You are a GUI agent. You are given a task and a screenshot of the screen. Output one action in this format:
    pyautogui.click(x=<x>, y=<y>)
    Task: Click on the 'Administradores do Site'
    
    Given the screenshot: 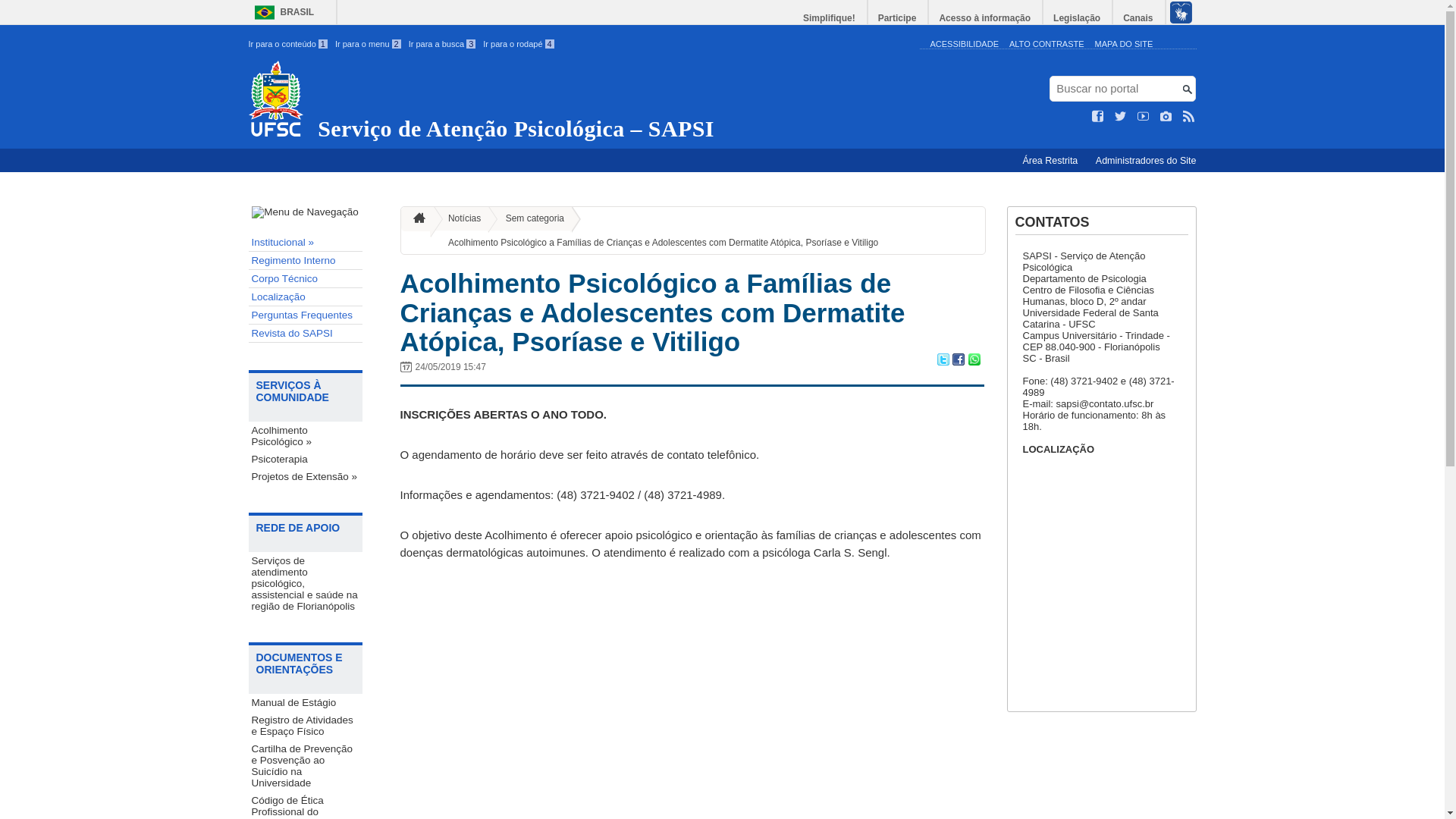 What is the action you would take?
    pyautogui.click(x=1087, y=161)
    